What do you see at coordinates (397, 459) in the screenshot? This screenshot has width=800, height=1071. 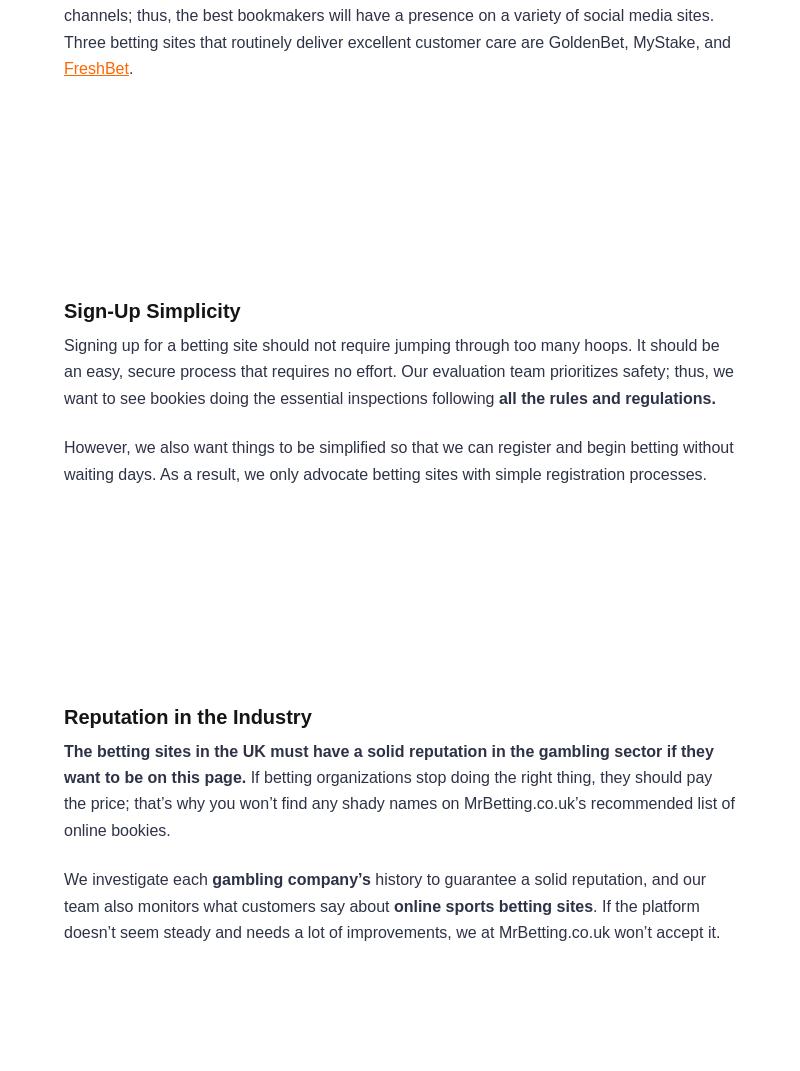 I see `'However, we also want things to be simplified so that we can register and begin betting without waiting days. As a result, we only advocate betting sites with simple registration processes.'` at bounding box center [397, 459].